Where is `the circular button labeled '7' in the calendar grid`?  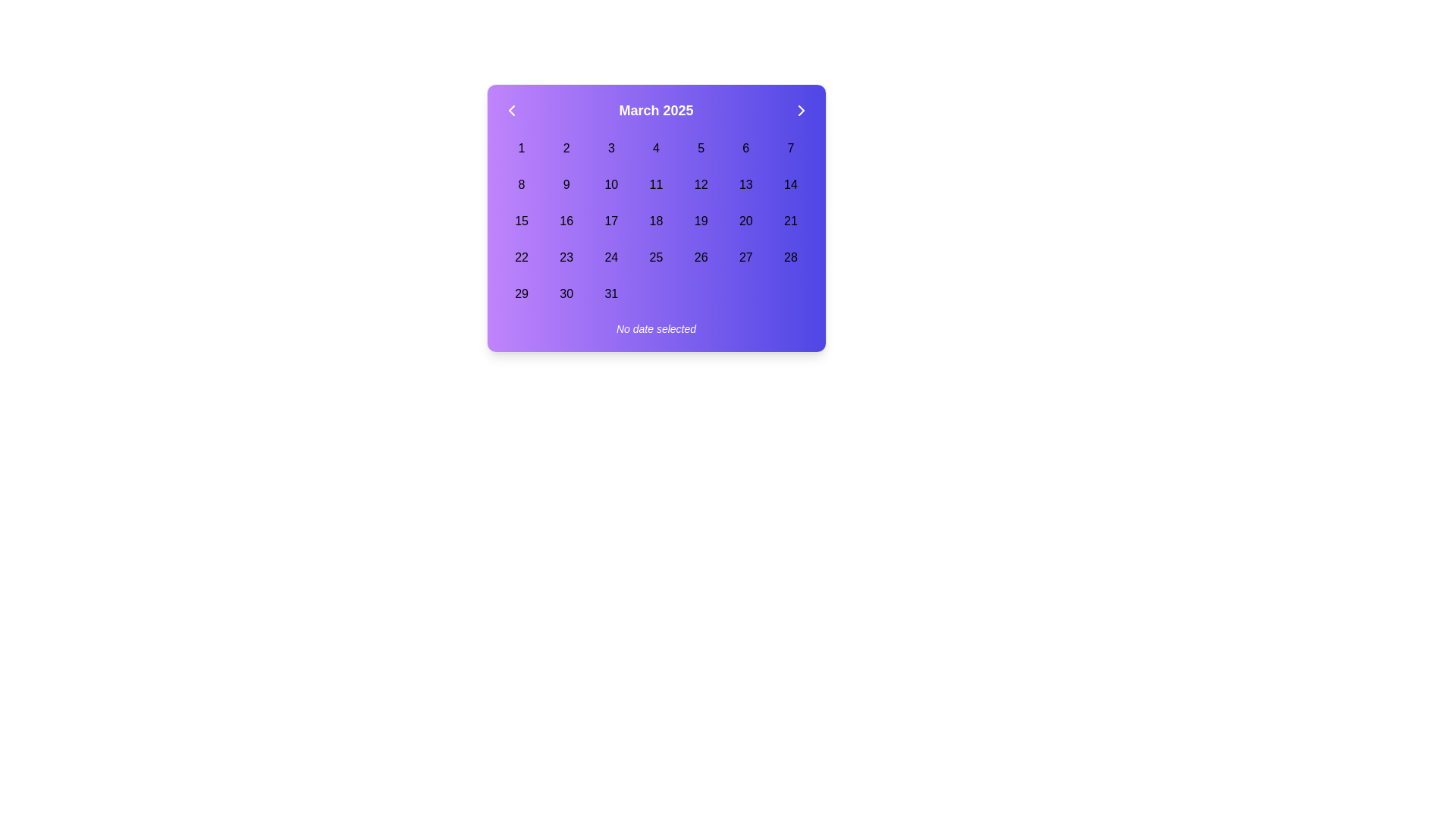
the circular button labeled '7' in the calendar grid is located at coordinates (789, 149).